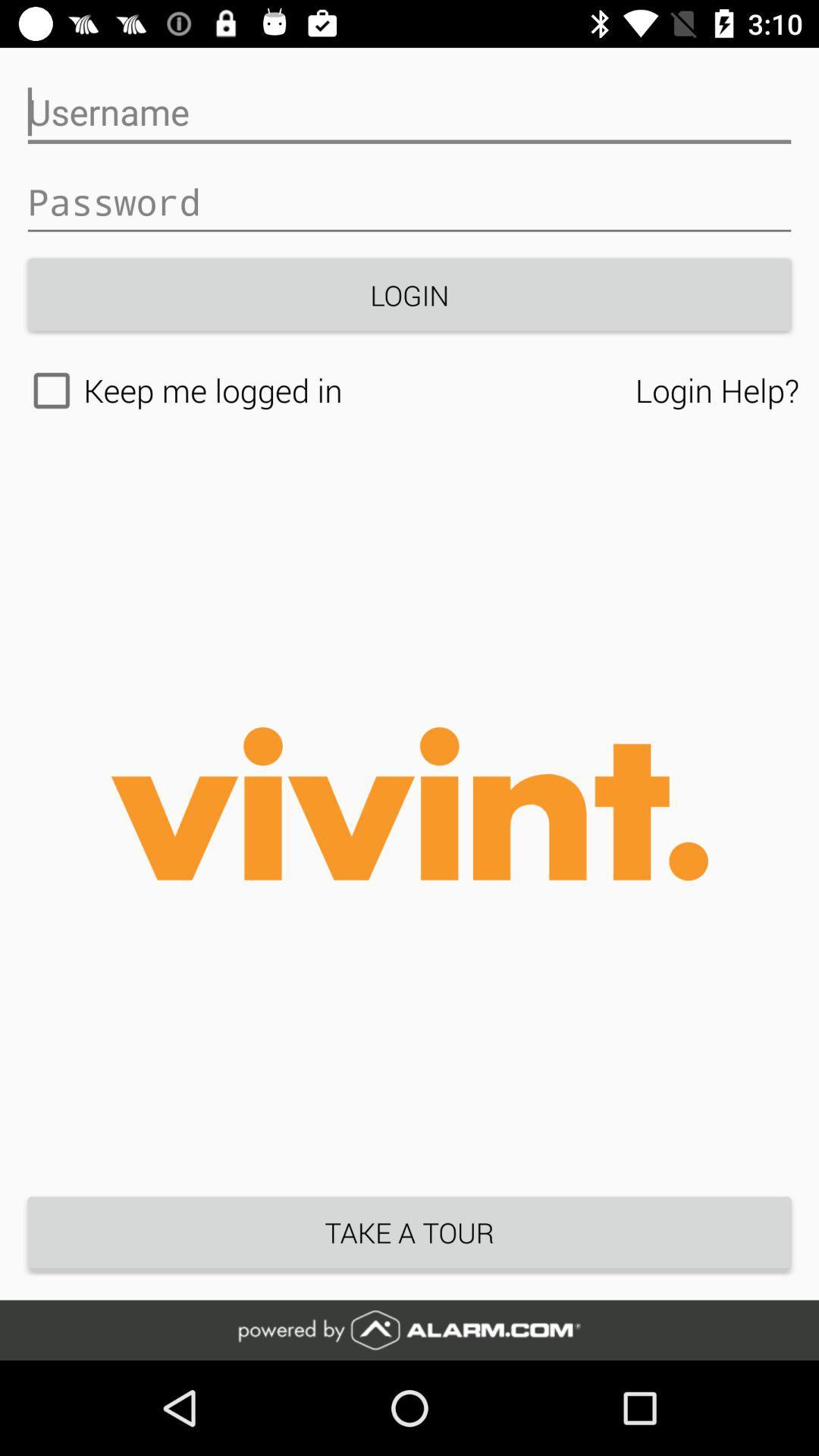 This screenshot has height=1456, width=819. I want to click on the login help? item, so click(717, 390).